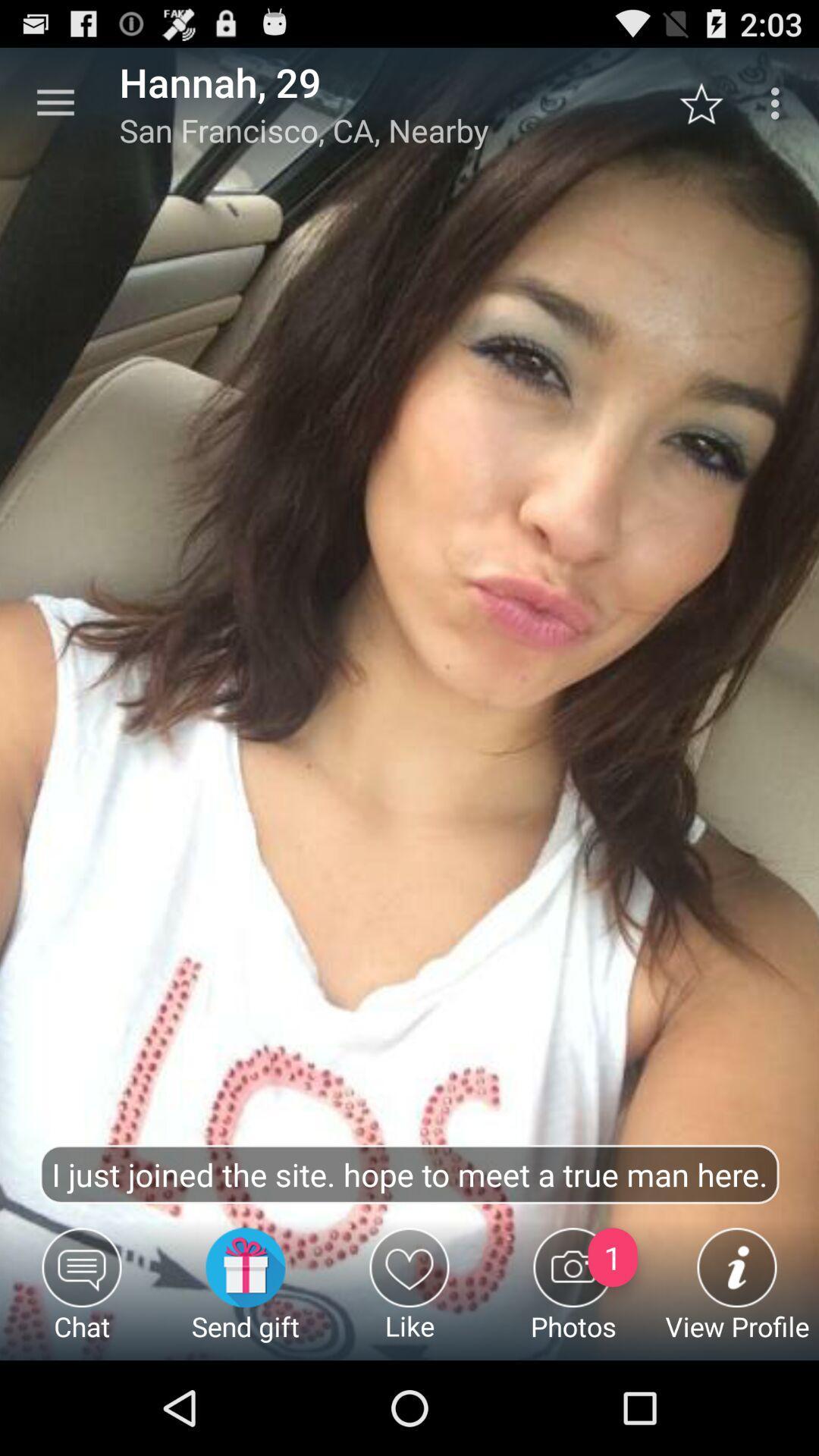 The width and height of the screenshot is (819, 1456). Describe the element at coordinates (709, 102) in the screenshot. I see `the icon to the right of the san francisco ca item` at that location.